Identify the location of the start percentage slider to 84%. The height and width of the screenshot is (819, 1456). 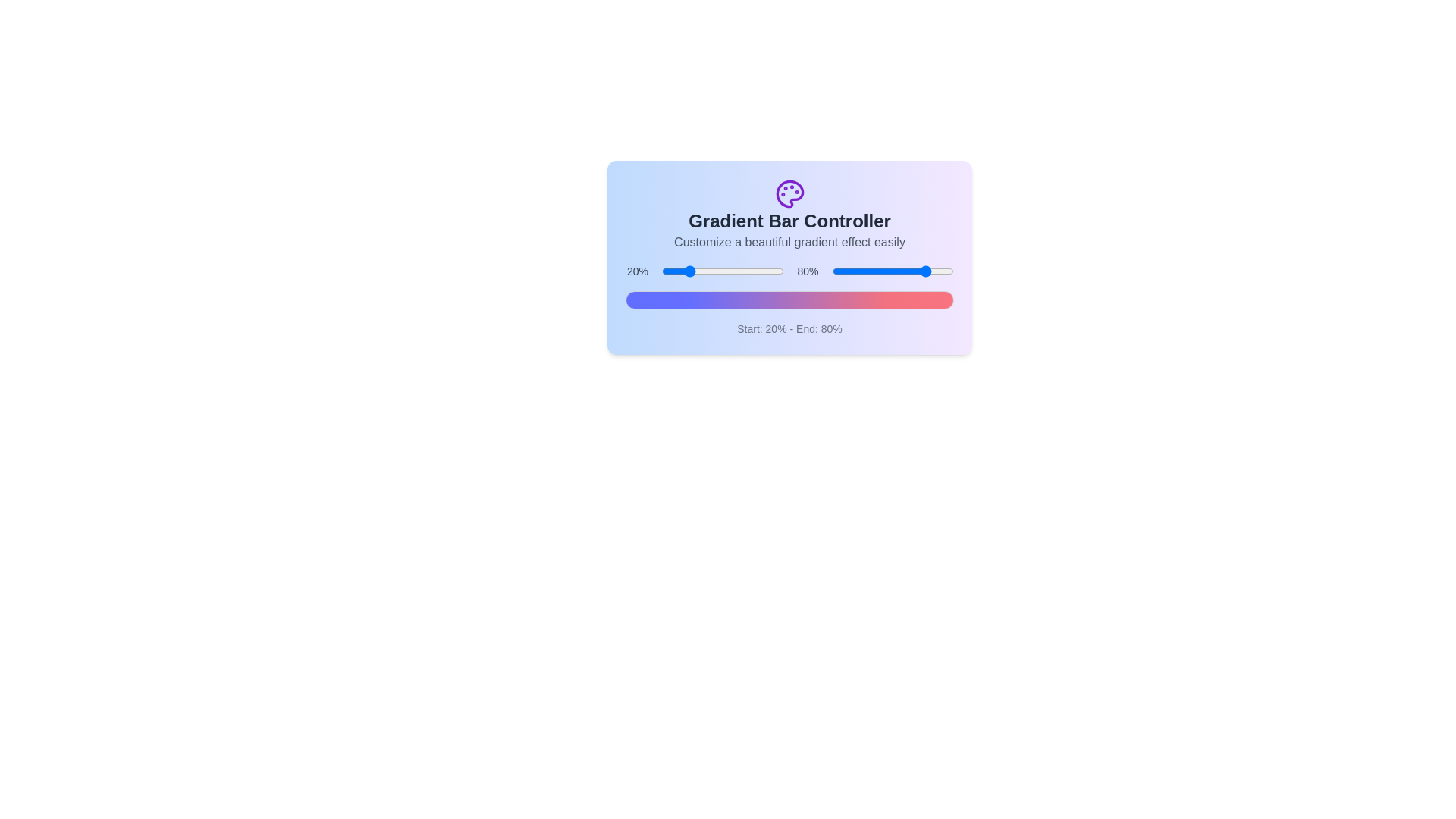
(764, 271).